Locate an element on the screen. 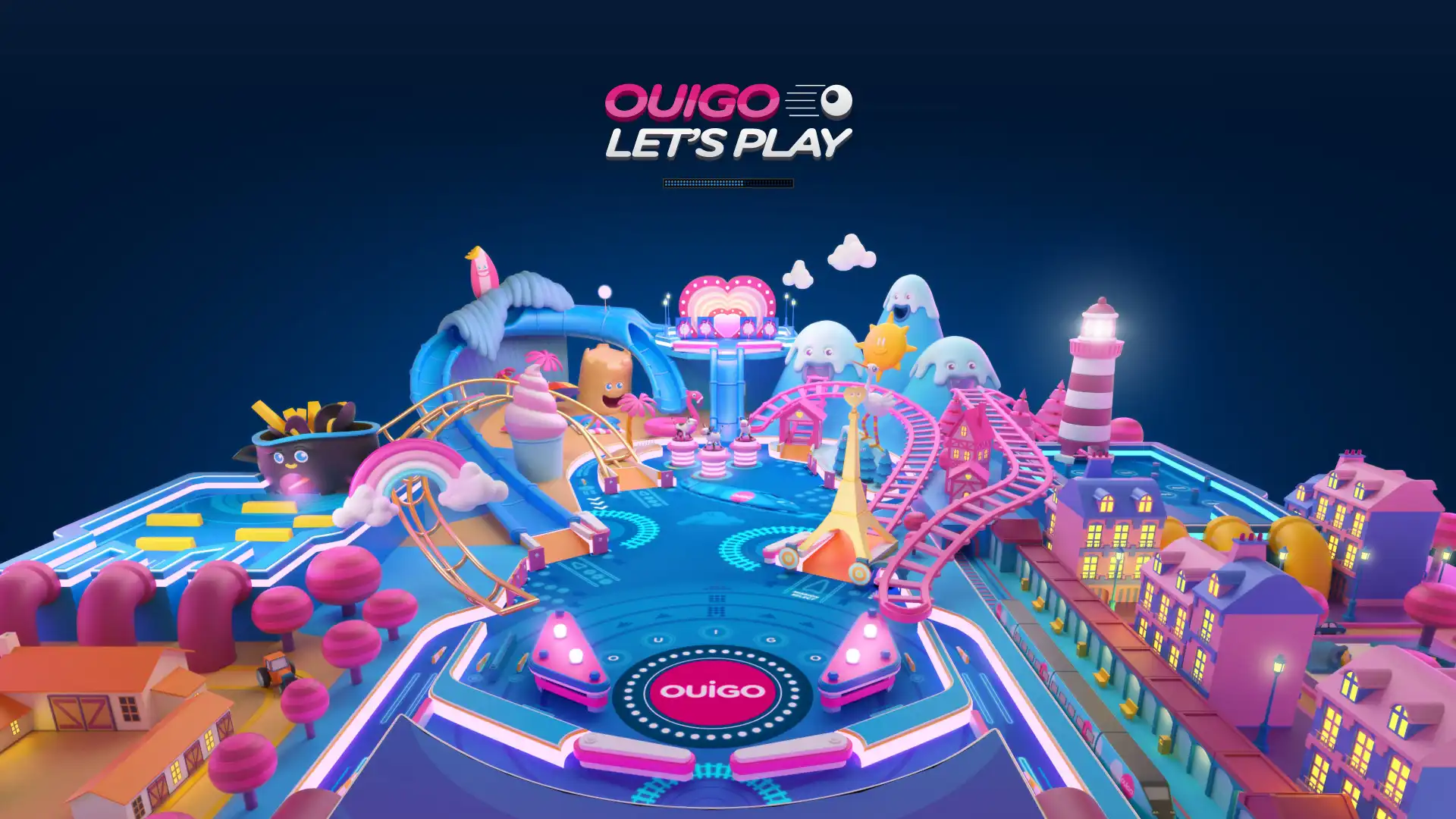 The image size is (1456, 819). CLASSEMENT is located at coordinates (728, 796).